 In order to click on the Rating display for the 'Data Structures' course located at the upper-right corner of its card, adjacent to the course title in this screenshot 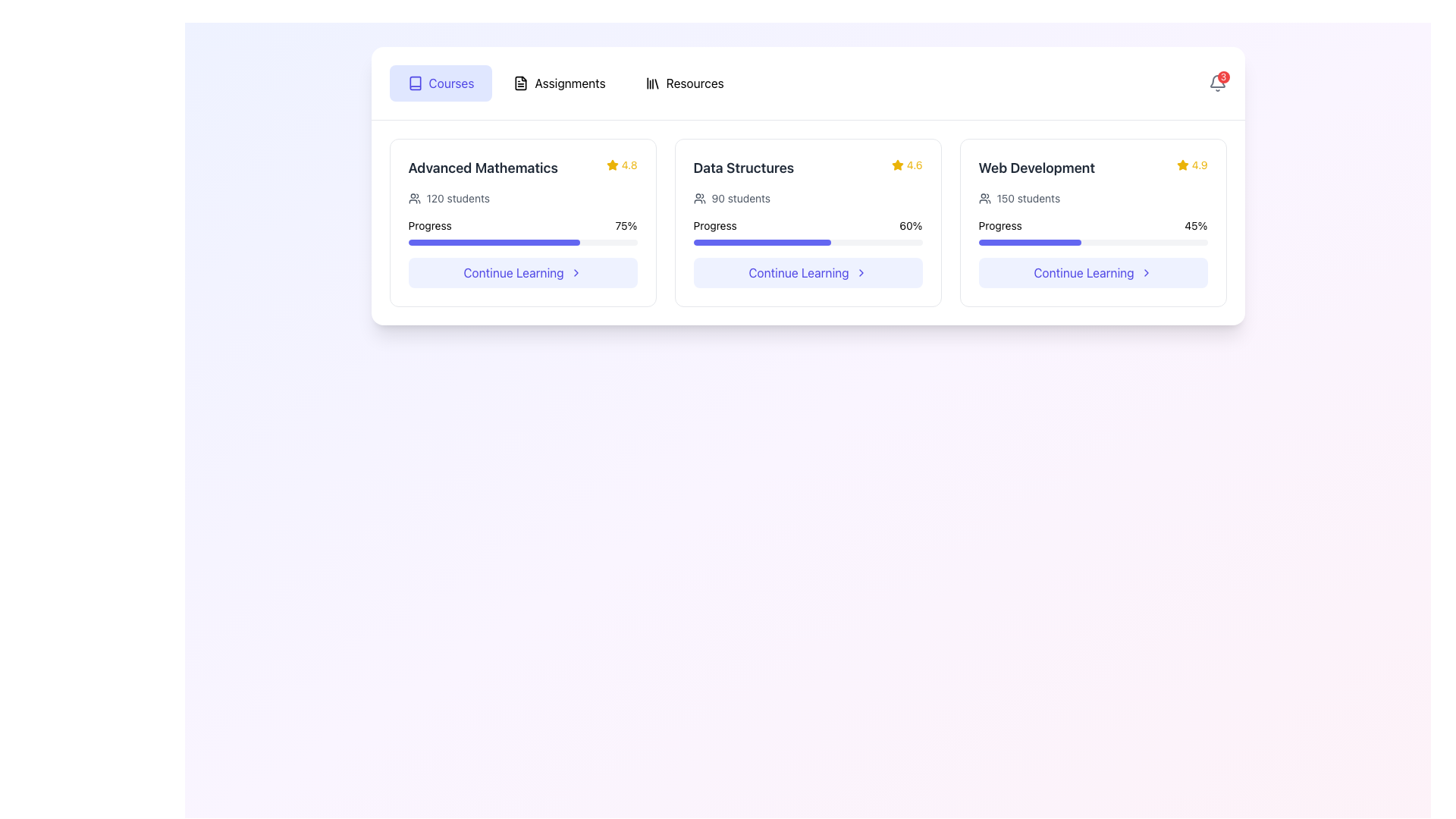, I will do `click(907, 165)`.